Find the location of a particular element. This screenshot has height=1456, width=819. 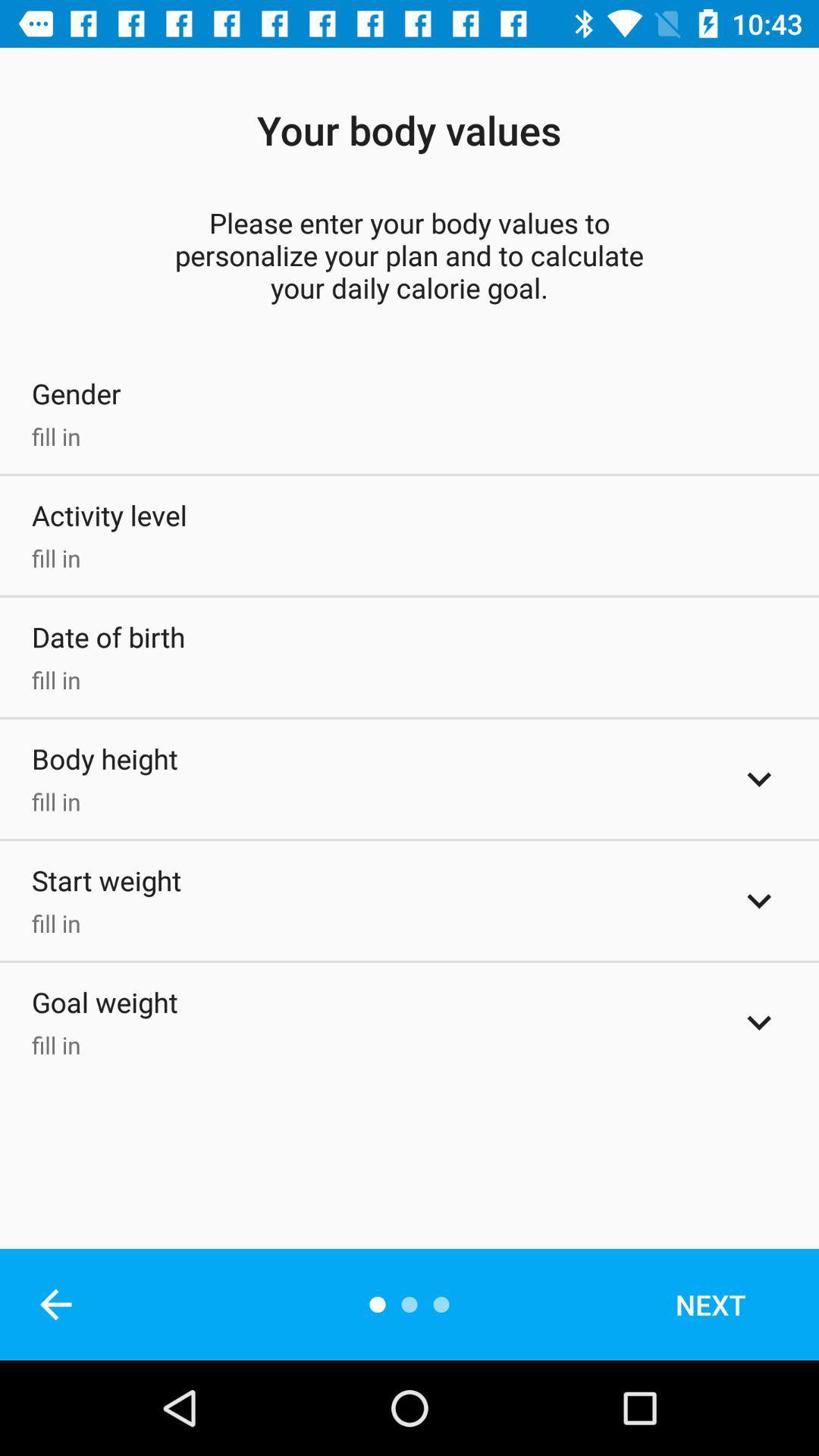

subcategory is located at coordinates (759, 779).